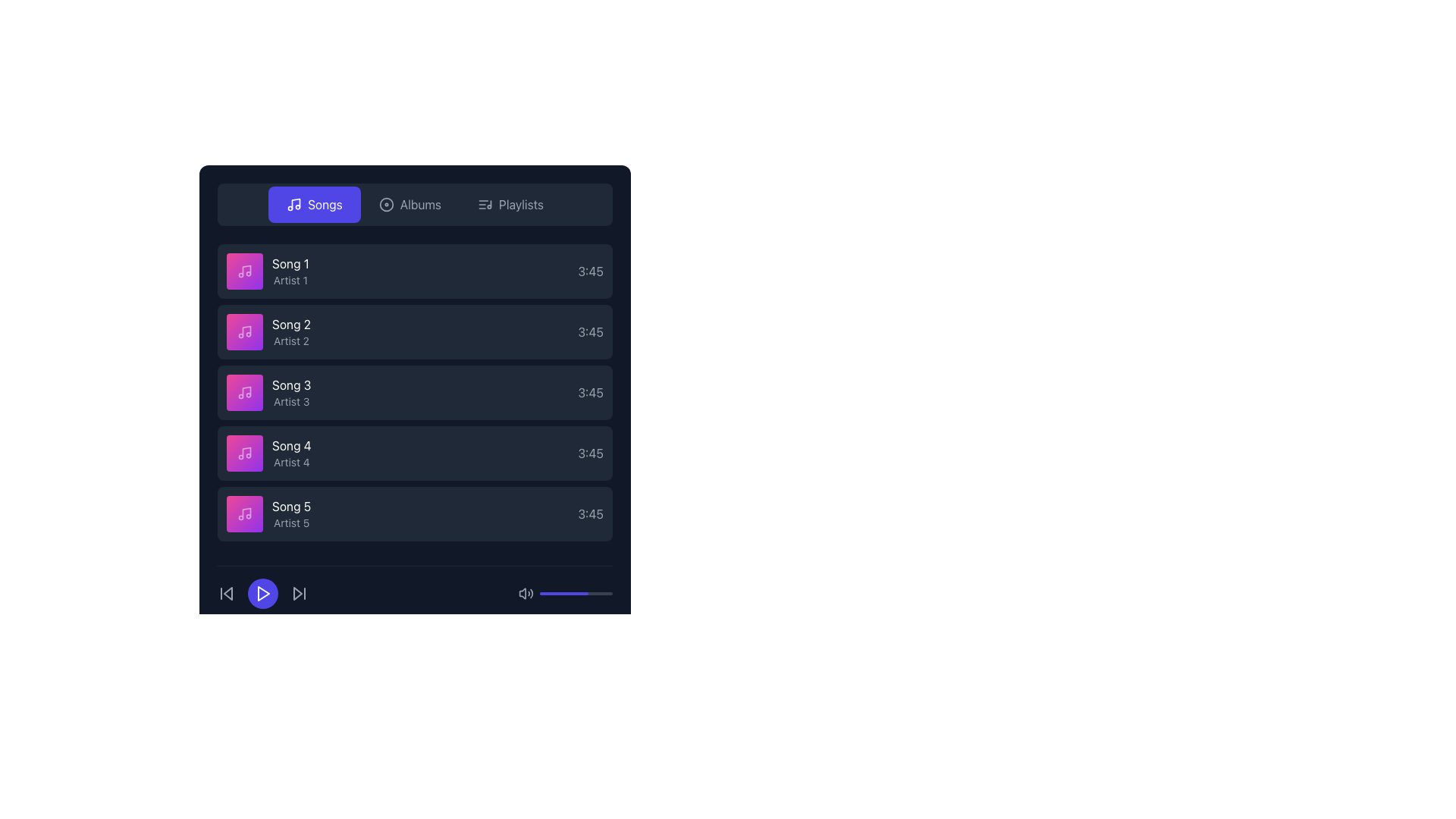 The image size is (1456, 819). Describe the element at coordinates (415, 513) in the screenshot. I see `to select the fifth media item in the vertical list displaying its title, artist, and duration` at that location.